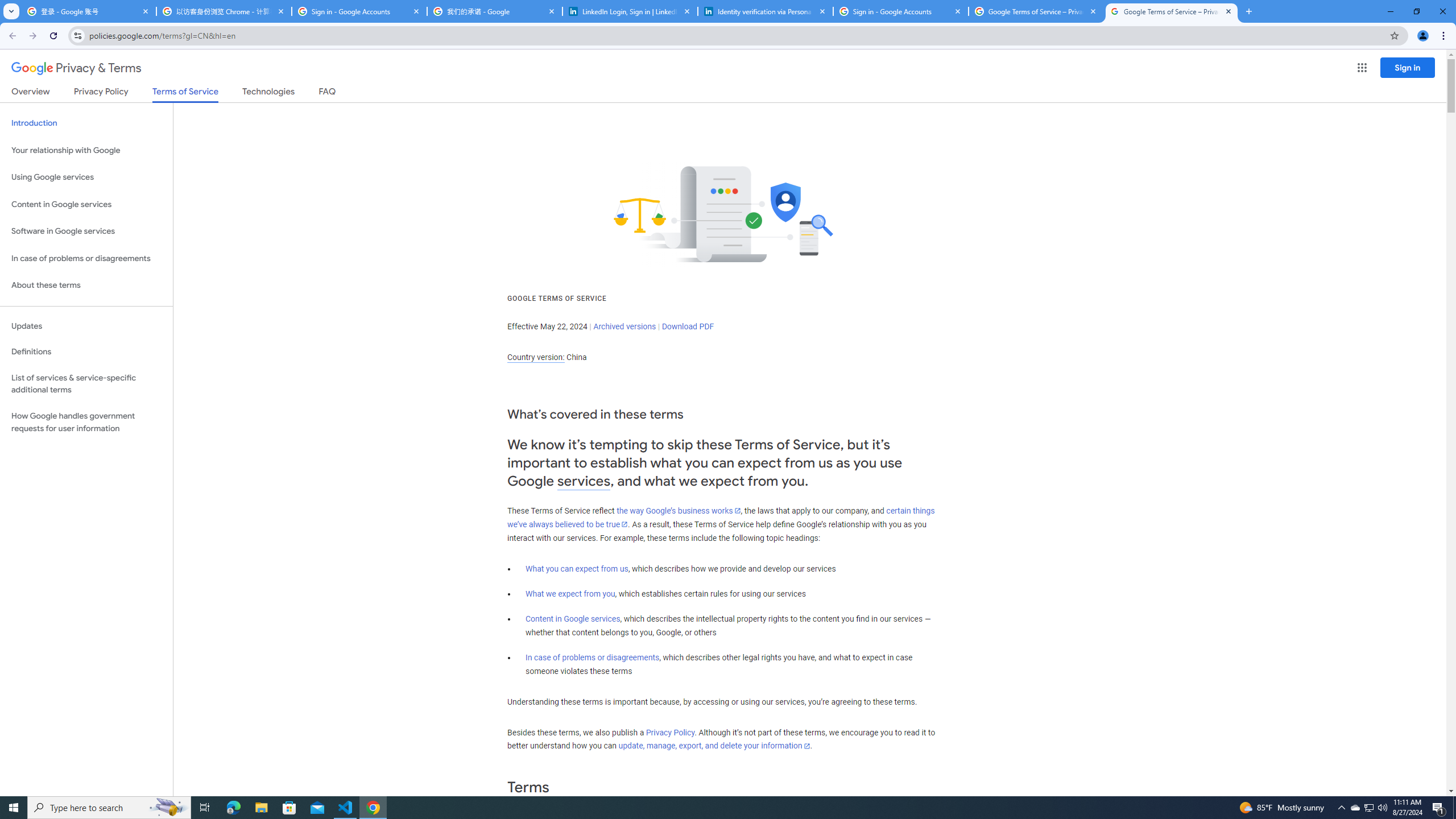  I want to click on 'In case of problems or disagreements', so click(591, 657).